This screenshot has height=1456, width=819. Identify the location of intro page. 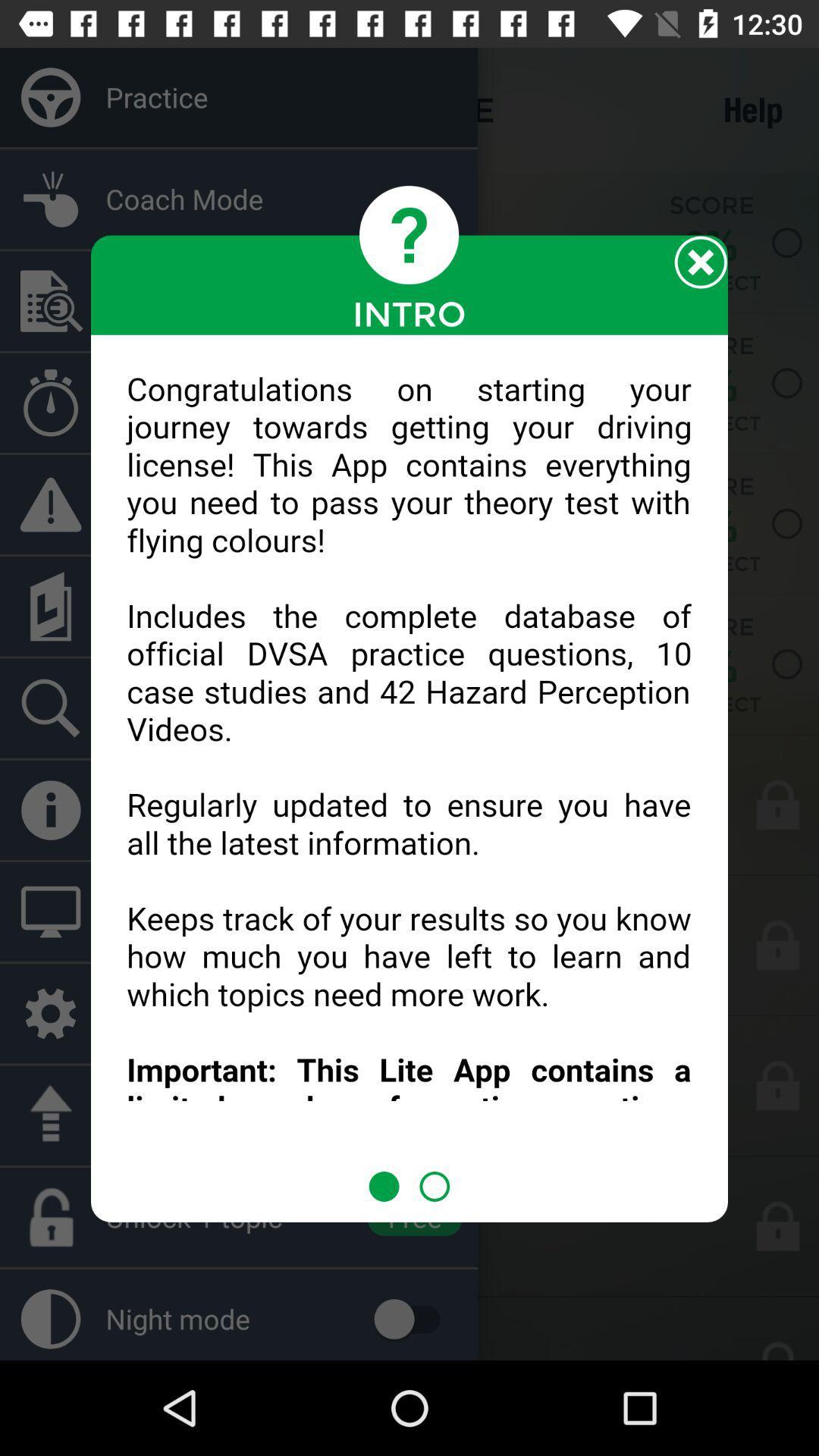
(409, 753).